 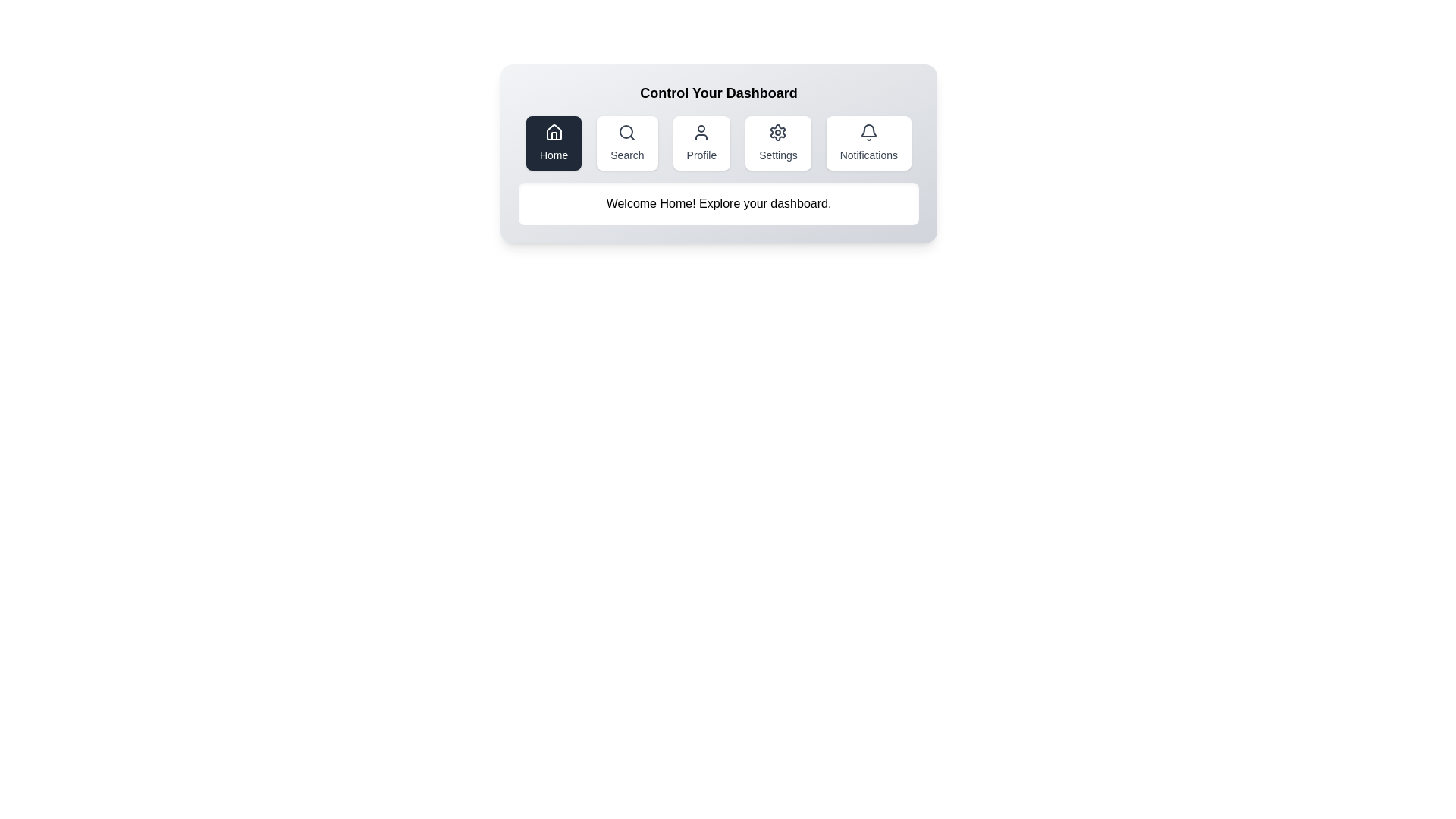 I want to click on the first button in the navigation menu bar, which redirects the user to the home or dashboard page of the application, so click(x=553, y=143).